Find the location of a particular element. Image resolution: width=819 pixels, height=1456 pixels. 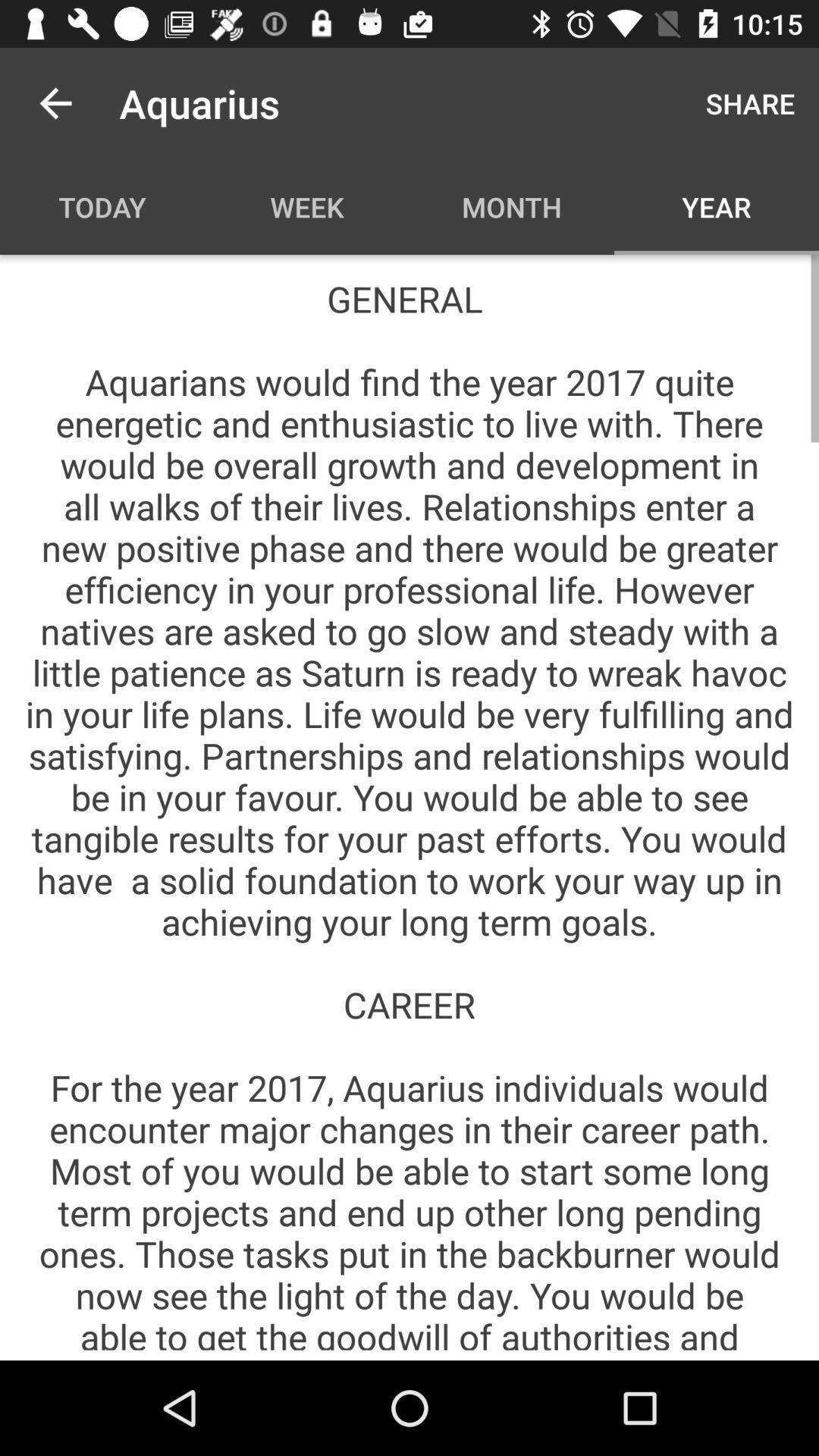

the share item is located at coordinates (749, 102).